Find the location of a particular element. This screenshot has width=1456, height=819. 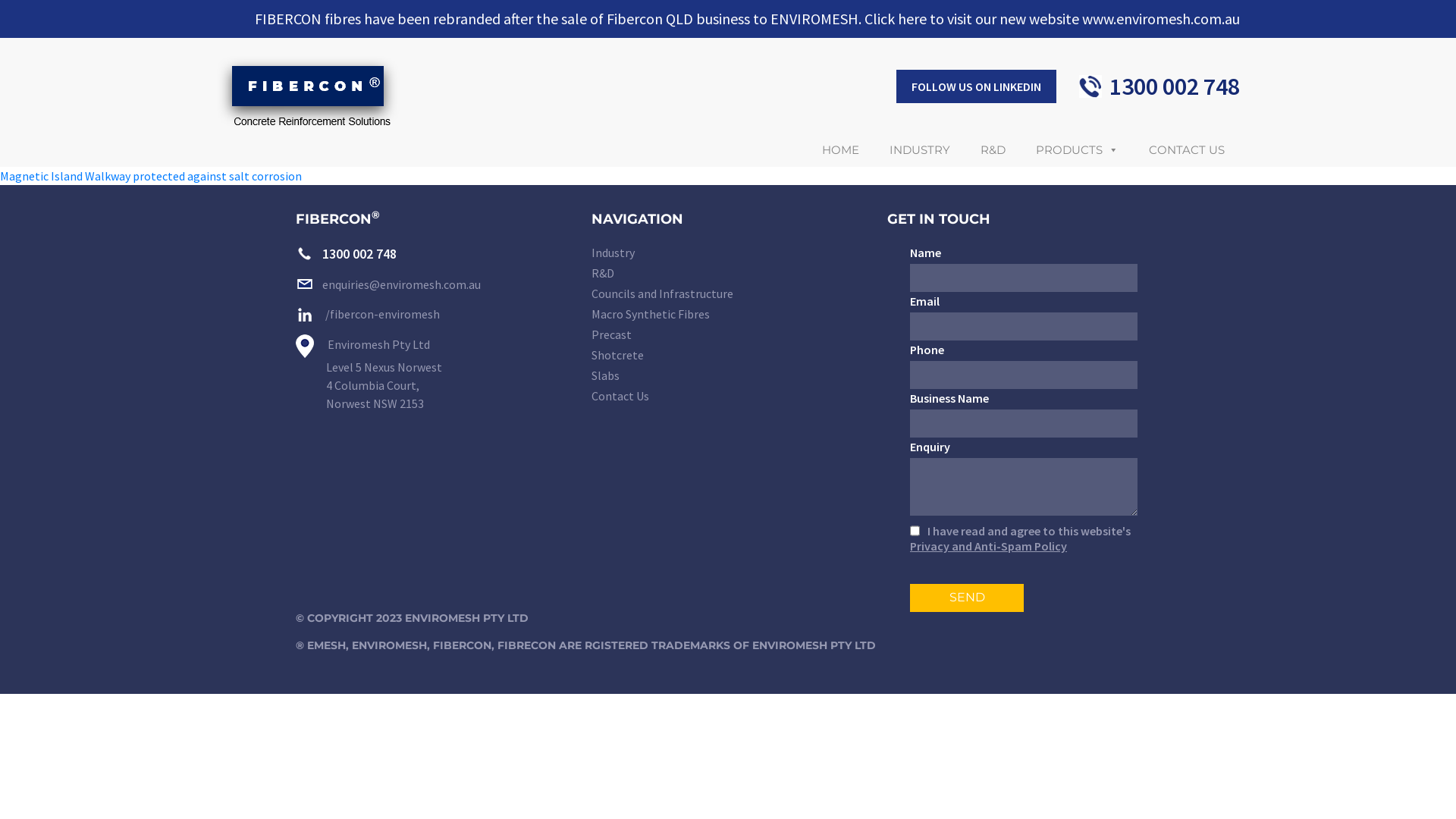

'CONTACT US' is located at coordinates (1185, 149).